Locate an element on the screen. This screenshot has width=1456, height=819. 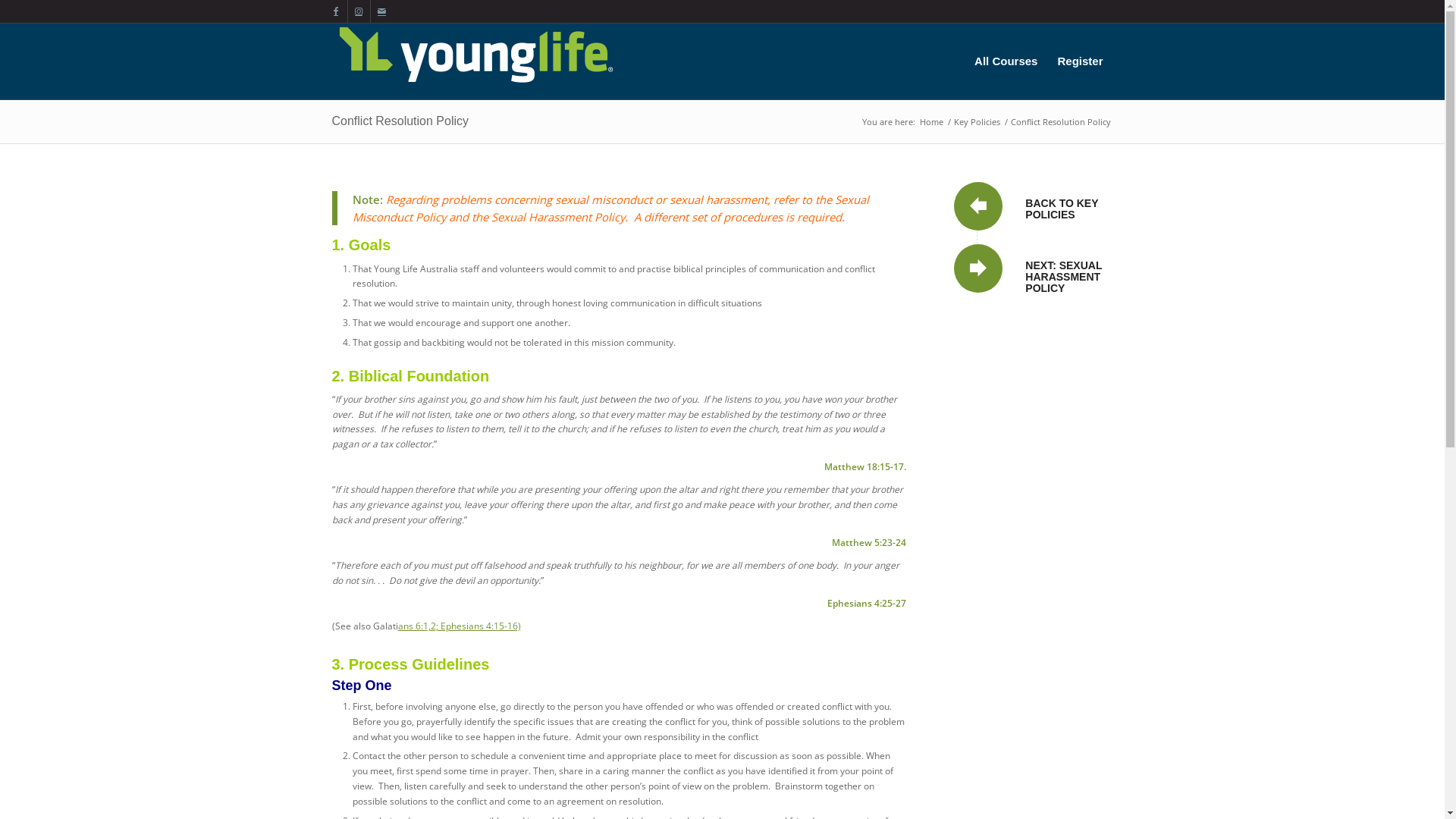
'NEXT: SEXUAL HARASSMENT POLICY' is located at coordinates (1062, 277).